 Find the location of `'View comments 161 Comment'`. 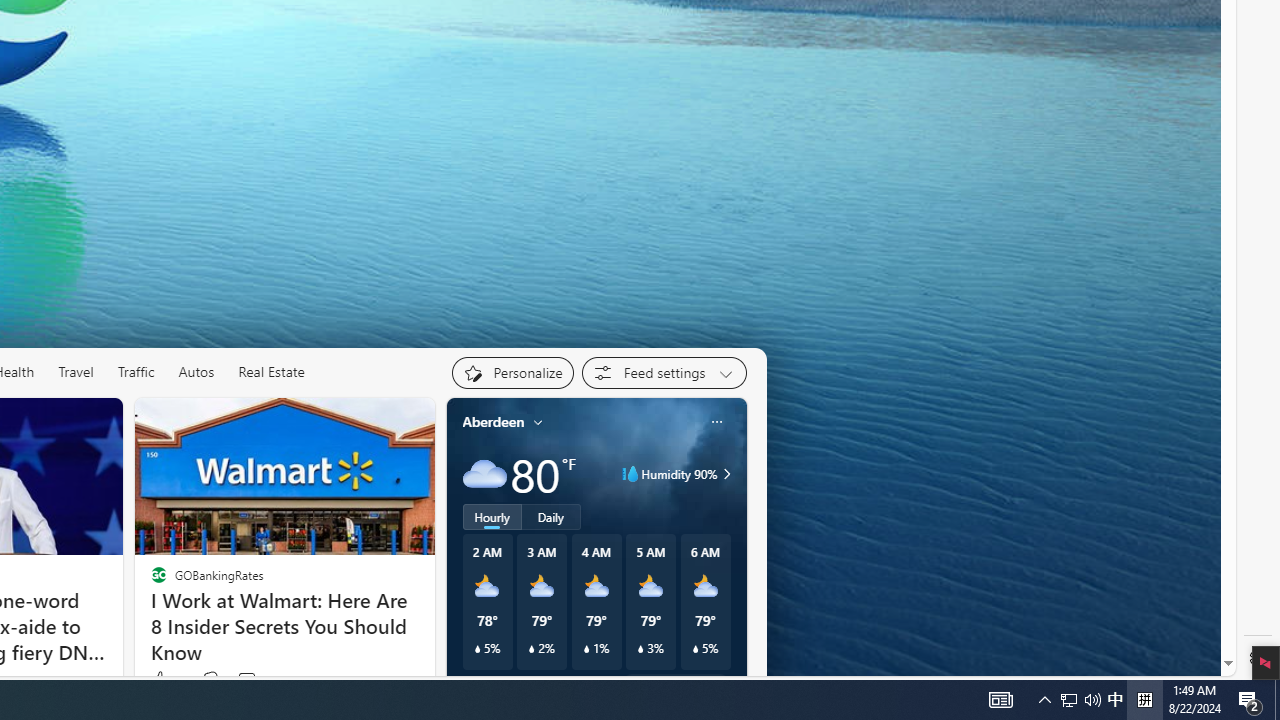

'View comments 161 Comment' is located at coordinates (245, 679).